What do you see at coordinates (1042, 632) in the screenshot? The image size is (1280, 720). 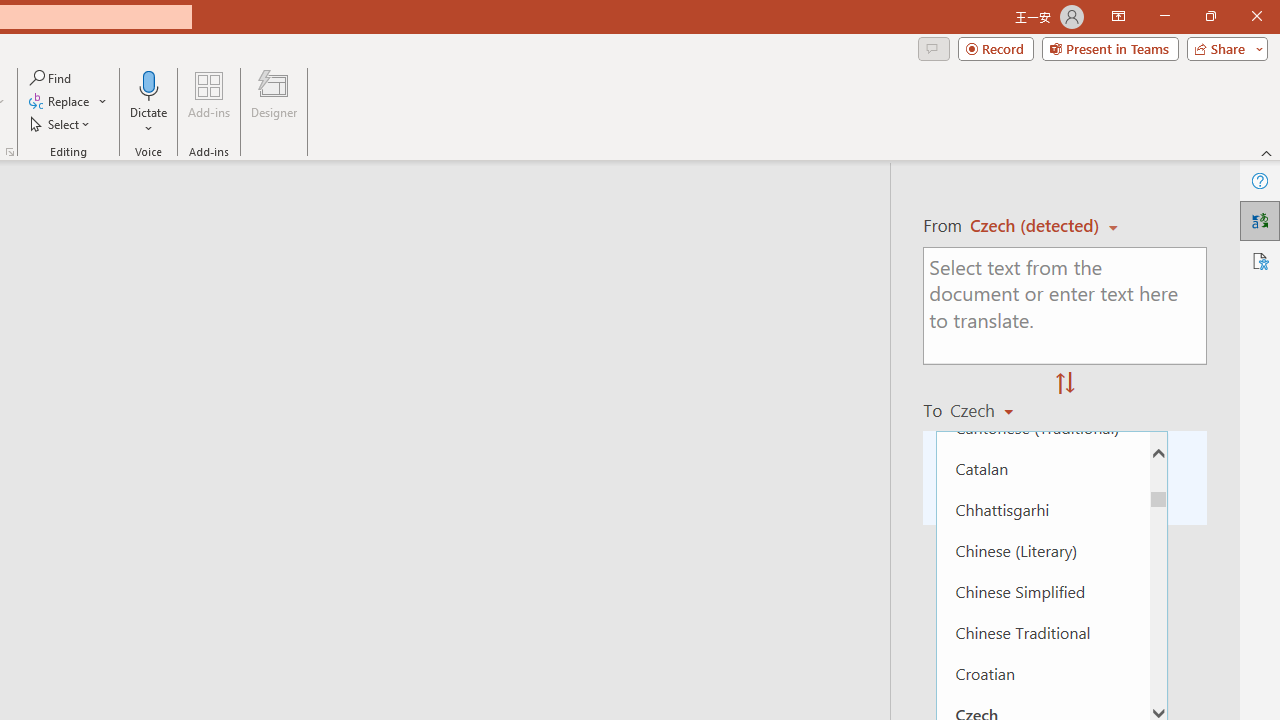 I see `'Chinese Traditional'` at bounding box center [1042, 632].